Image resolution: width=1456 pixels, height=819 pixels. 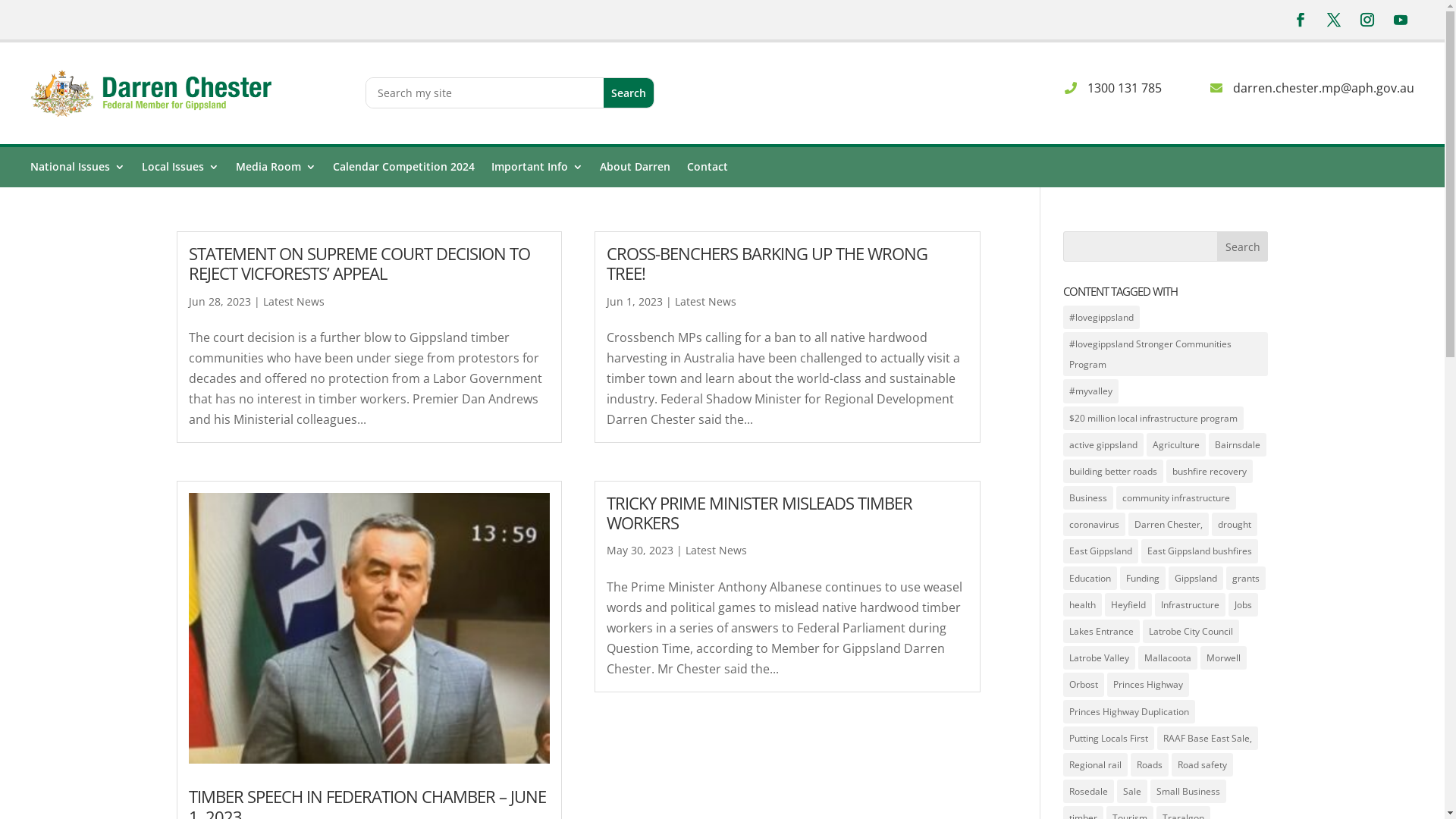 I want to click on 'Mallacoota', so click(x=1167, y=657).